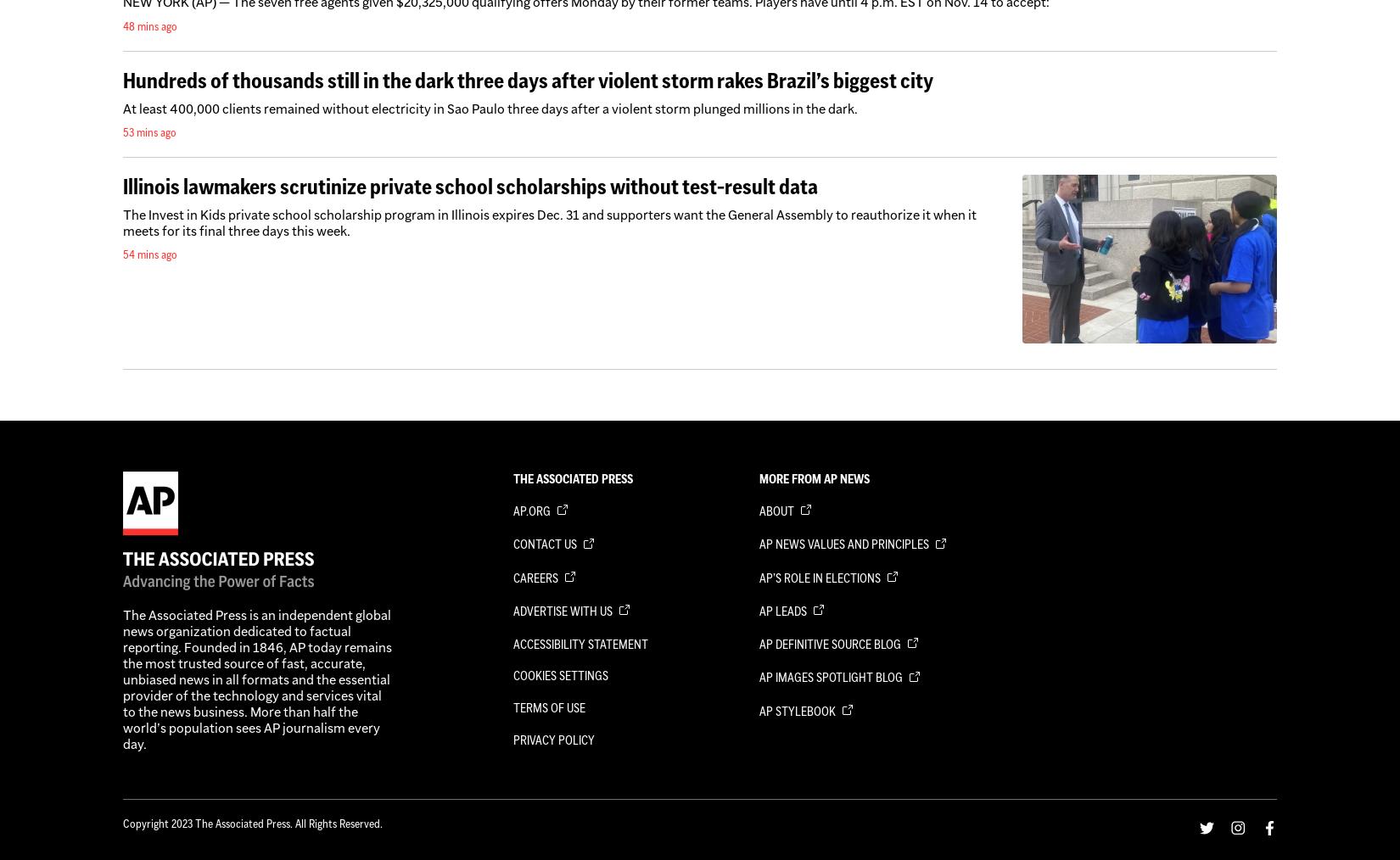 Image resolution: width=1400 pixels, height=860 pixels. What do you see at coordinates (580, 643) in the screenshot?
I see `'Accessibility Statement'` at bounding box center [580, 643].